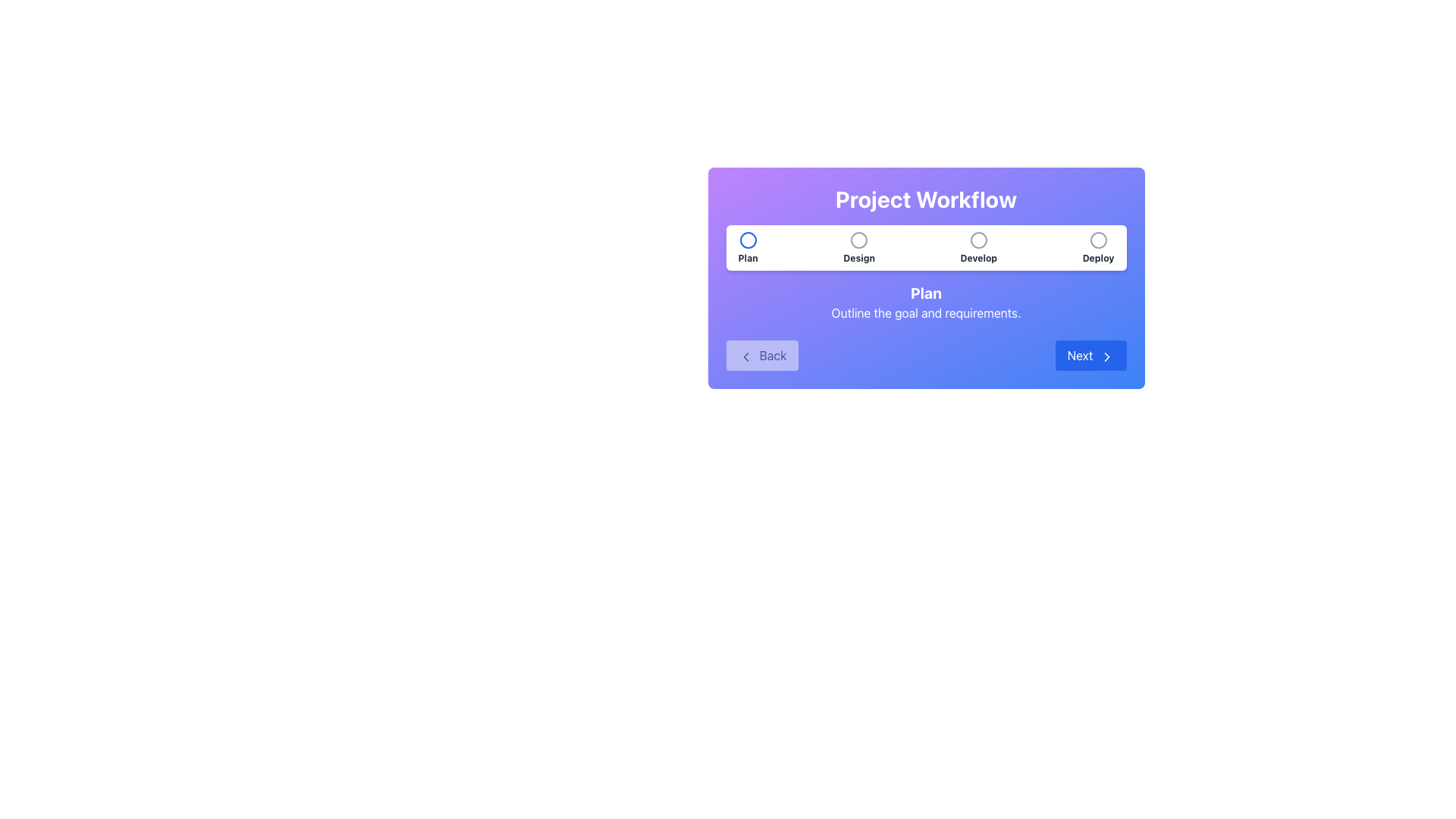  What do you see at coordinates (859, 247) in the screenshot?
I see `the 'Design' milestone icon in the project workflow interface, which is the second item in a horizontal group of four, positioned between the 'Plan' and 'Develop' elements` at bounding box center [859, 247].